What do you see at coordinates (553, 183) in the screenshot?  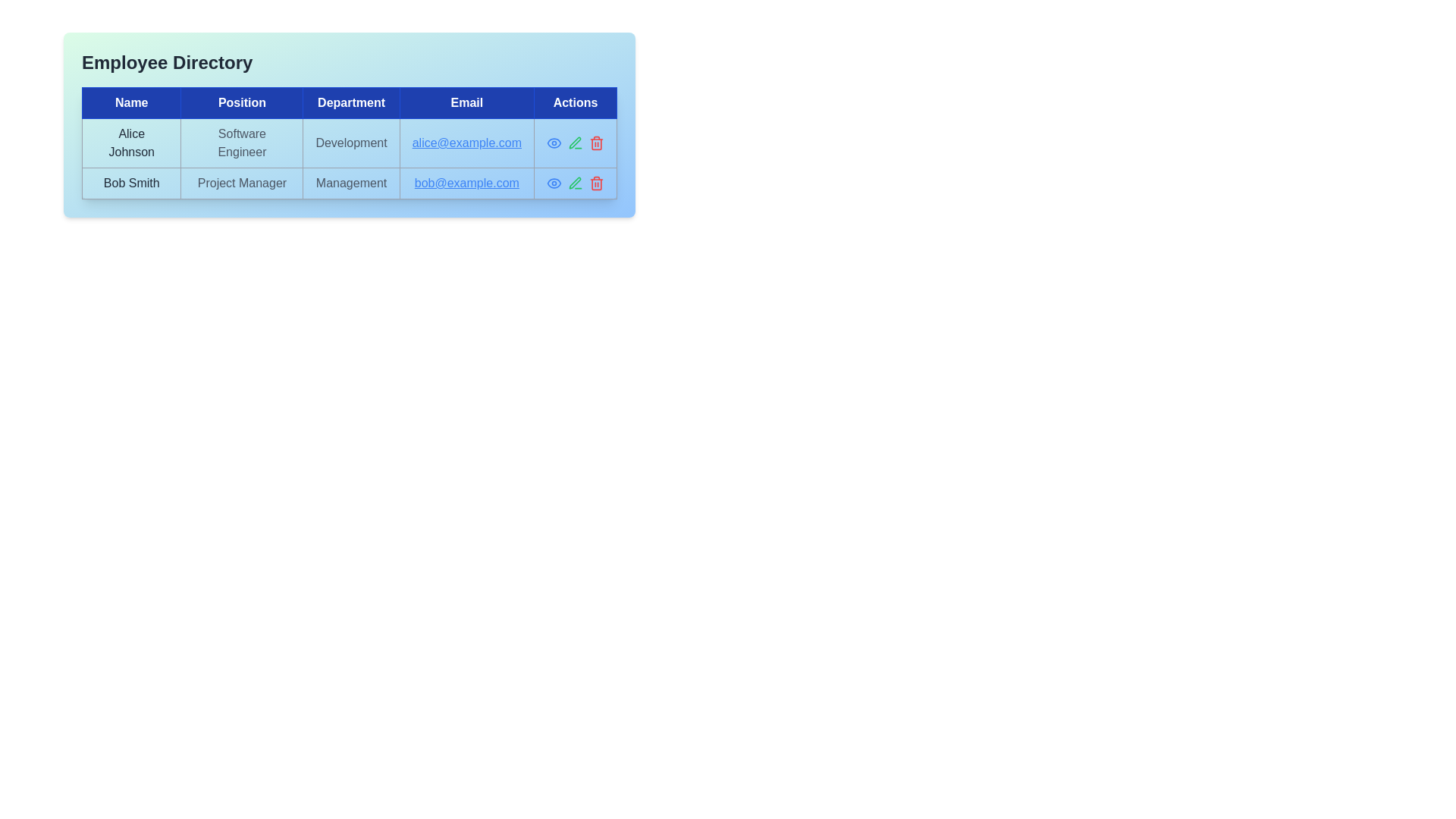 I see `the eye-shaped blue icon in the 'Actions' column for Alice Johnson` at bounding box center [553, 183].